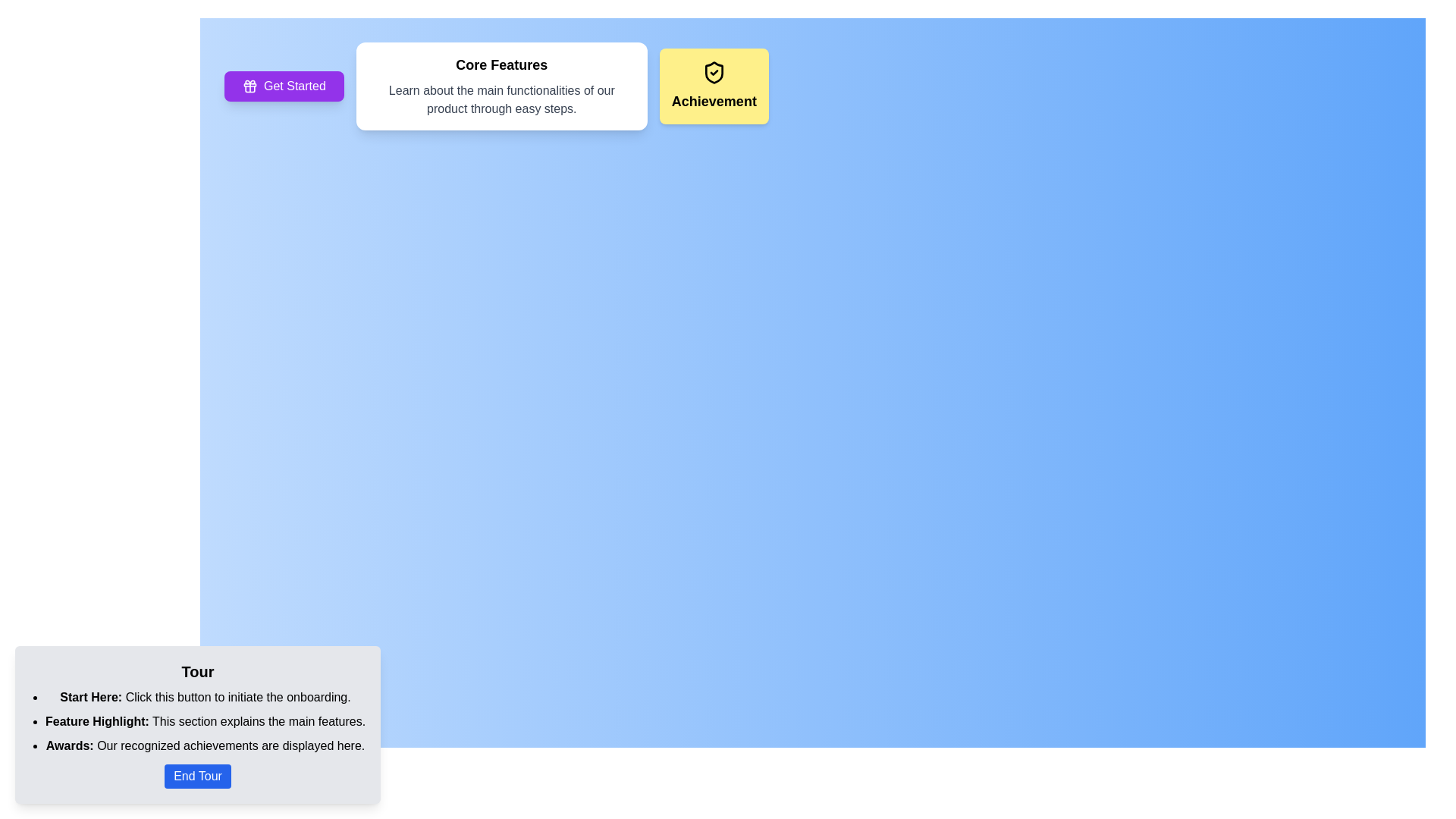  Describe the element at coordinates (284, 86) in the screenshot. I see `the 'Get Started' button to observe any hover effects` at that location.